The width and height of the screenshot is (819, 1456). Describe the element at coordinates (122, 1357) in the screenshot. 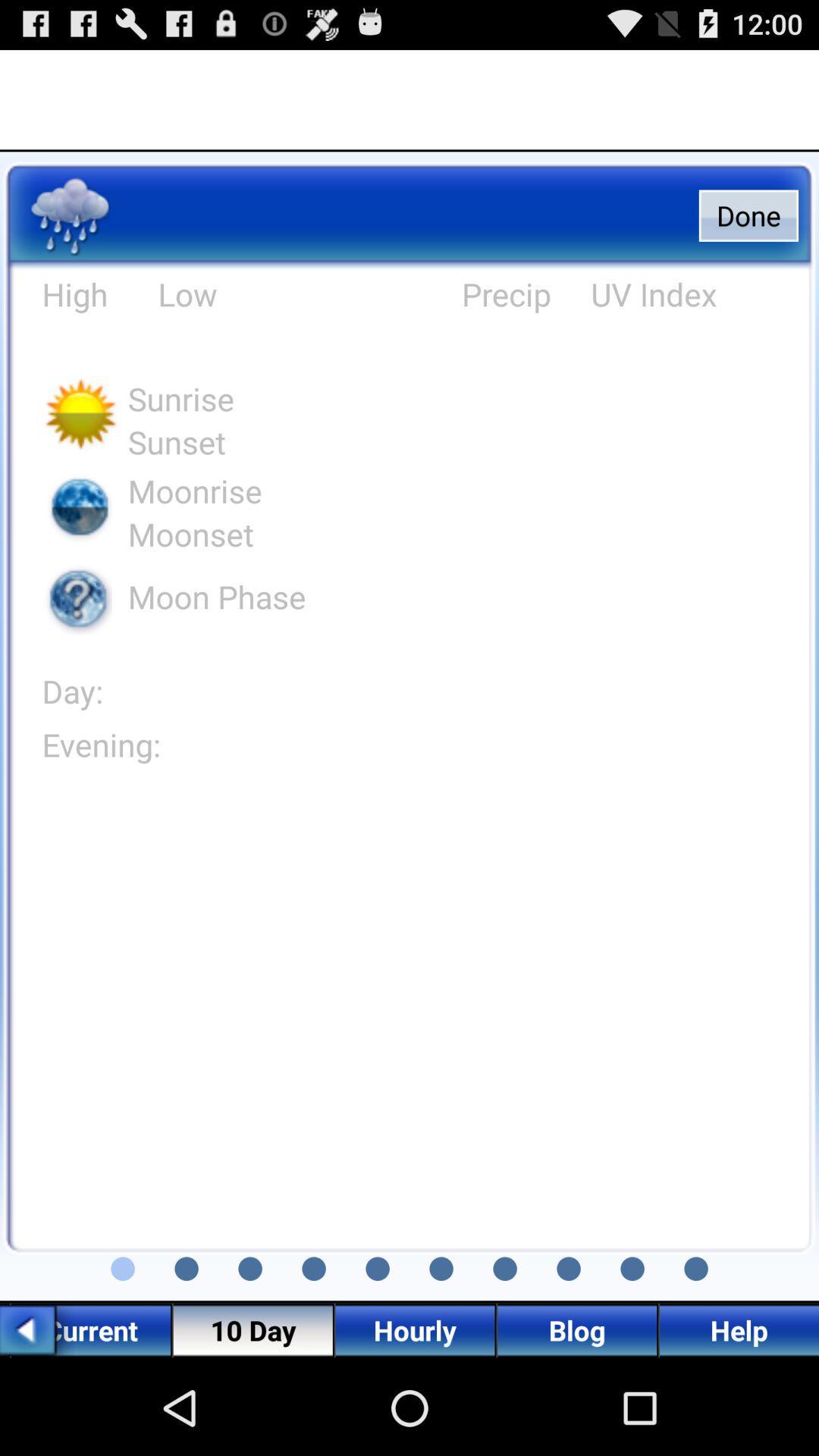

I see `the photo icon` at that location.